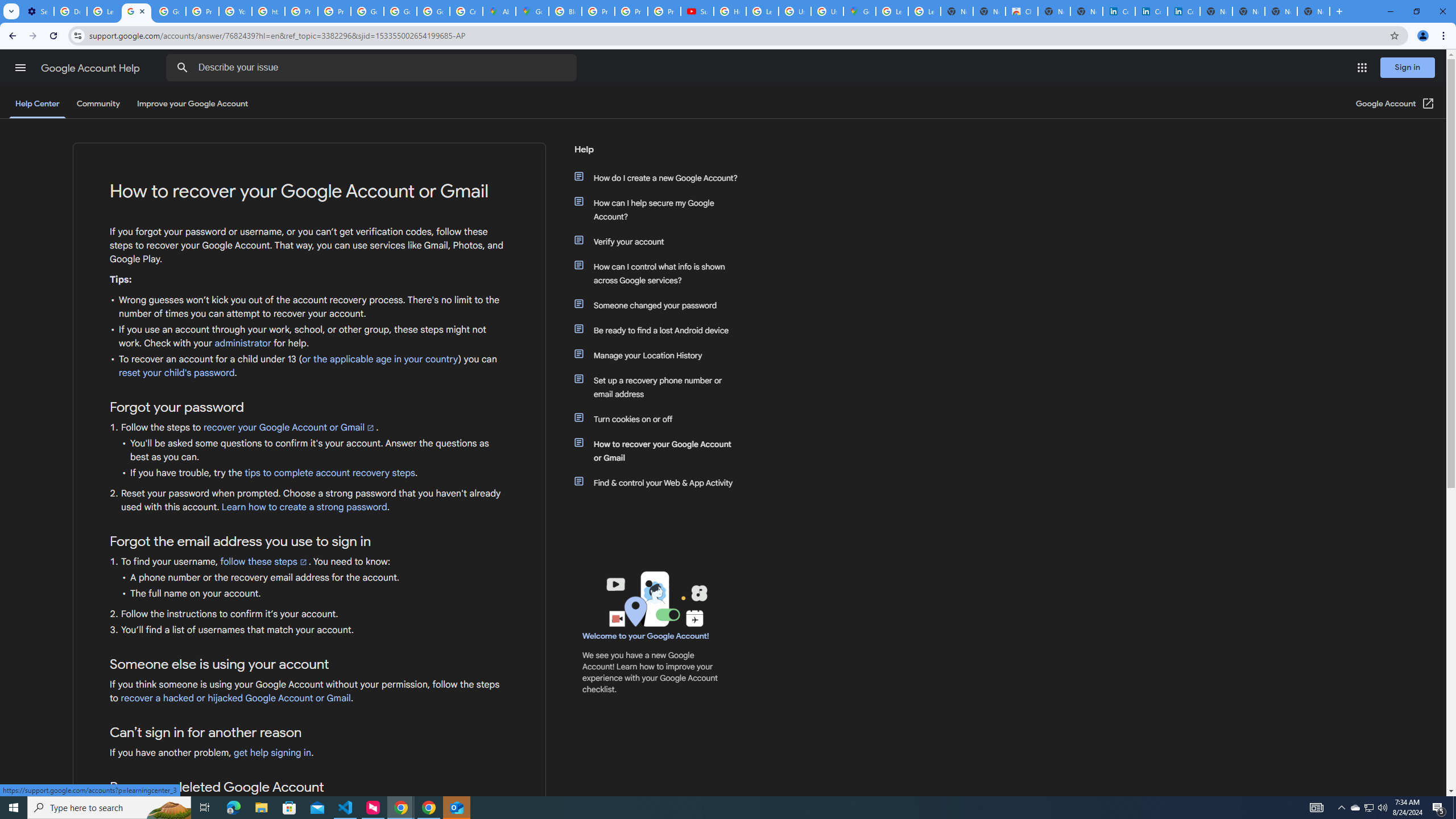  Describe the element at coordinates (697, 11) in the screenshot. I see `'Subscriptions - YouTube'` at that location.